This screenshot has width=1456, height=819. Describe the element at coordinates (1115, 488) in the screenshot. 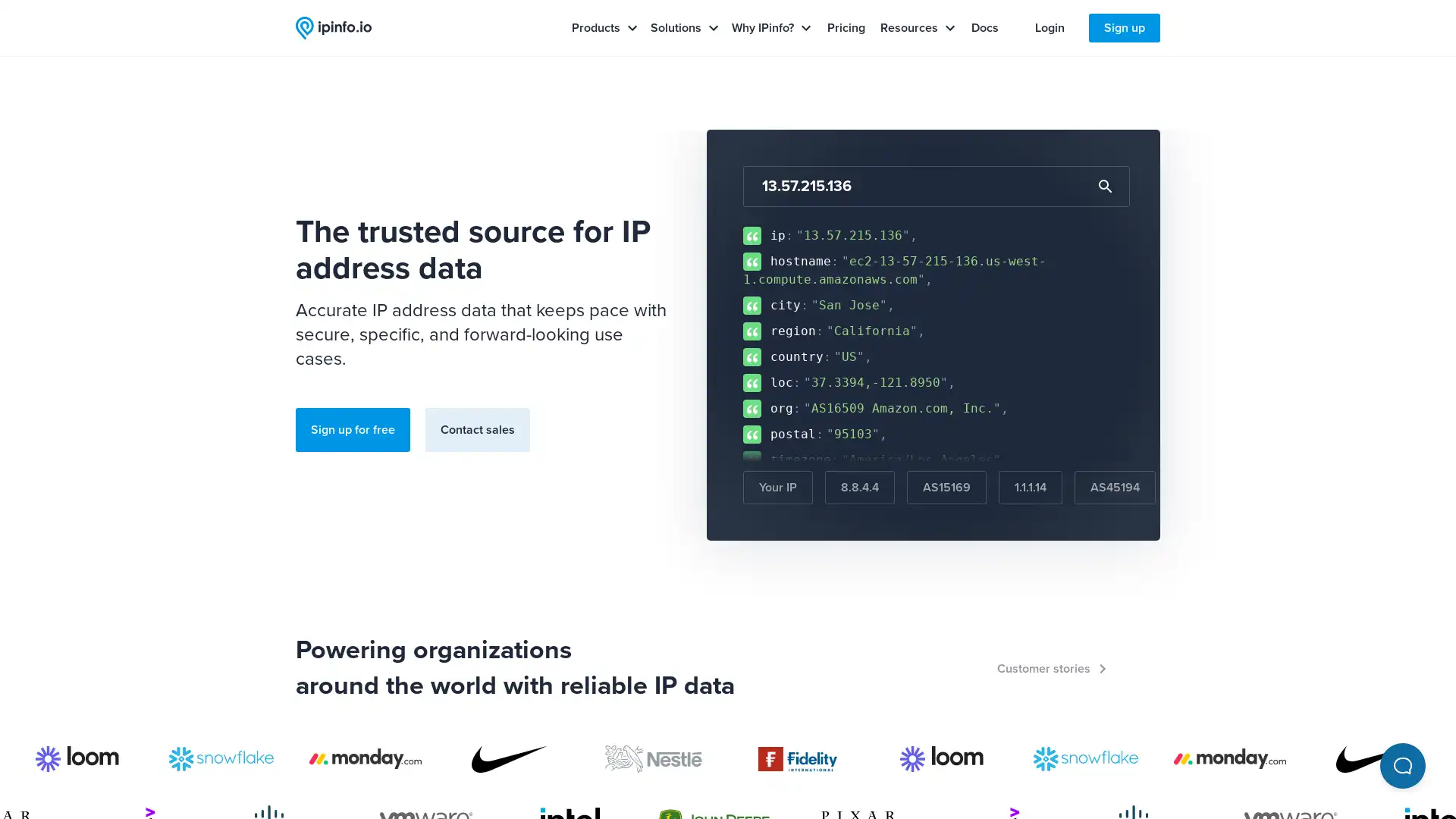

I see `AS45194` at that location.